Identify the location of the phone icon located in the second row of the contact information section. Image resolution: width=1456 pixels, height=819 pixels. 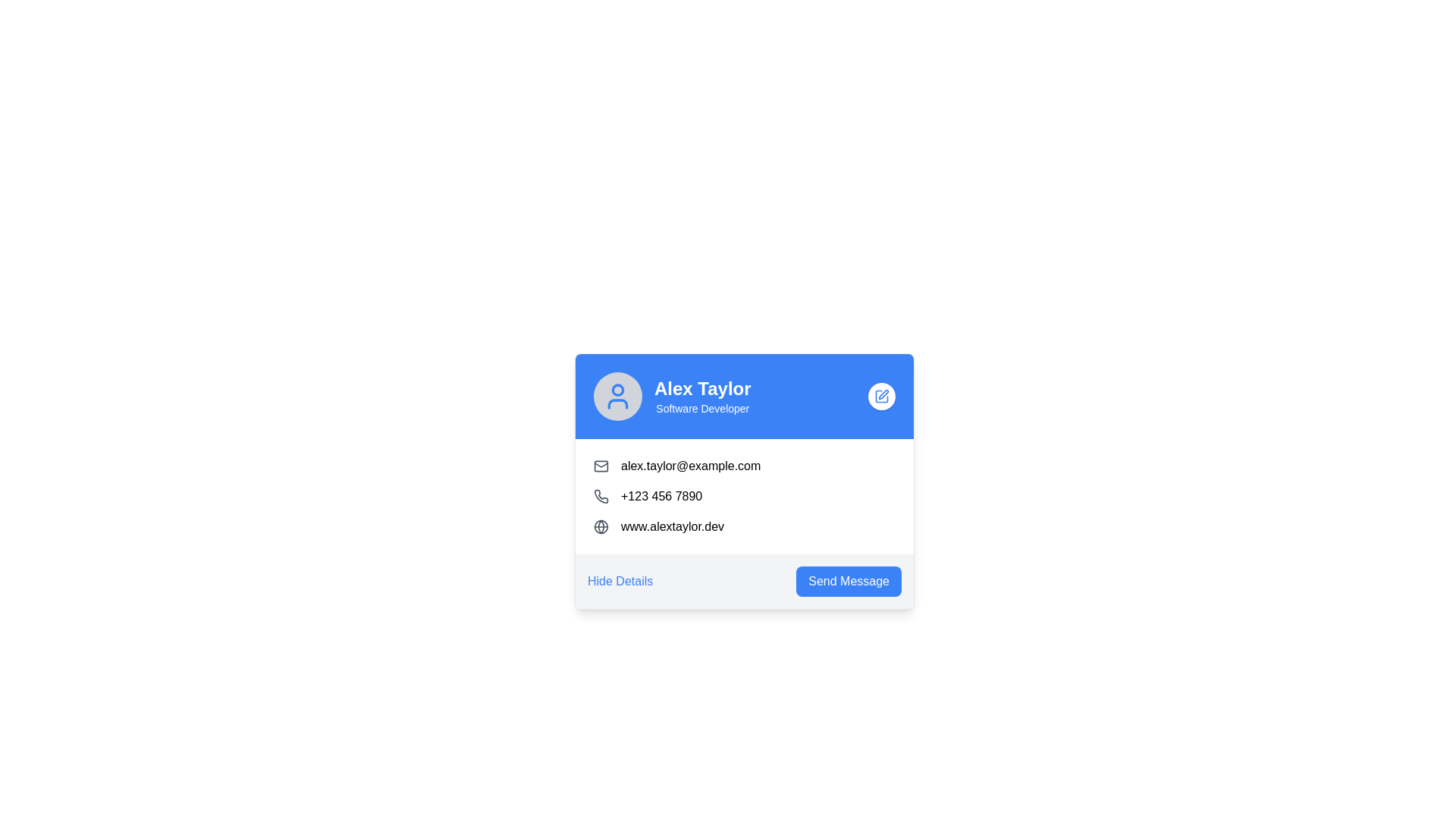
(600, 497).